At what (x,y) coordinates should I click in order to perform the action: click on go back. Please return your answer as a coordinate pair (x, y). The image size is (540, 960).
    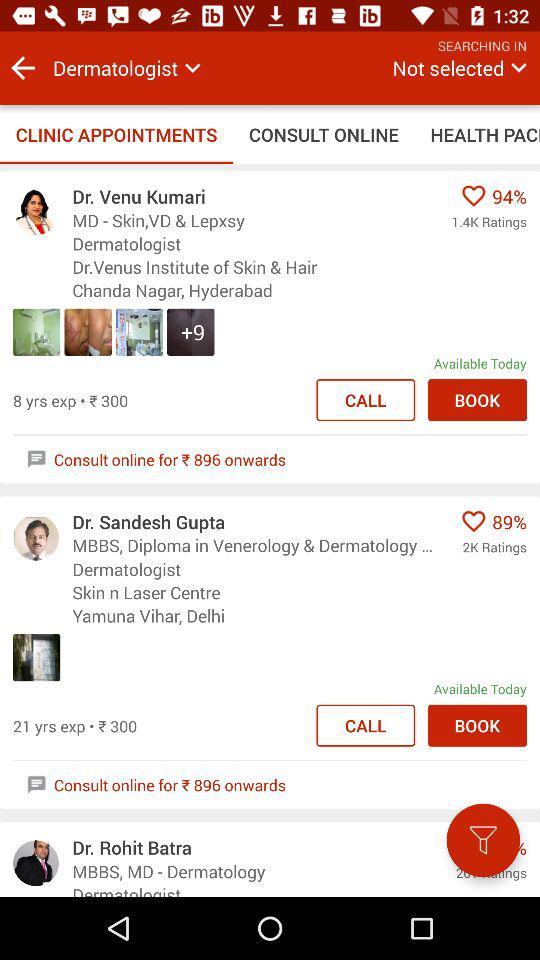
    Looking at the image, I should click on (22, 68).